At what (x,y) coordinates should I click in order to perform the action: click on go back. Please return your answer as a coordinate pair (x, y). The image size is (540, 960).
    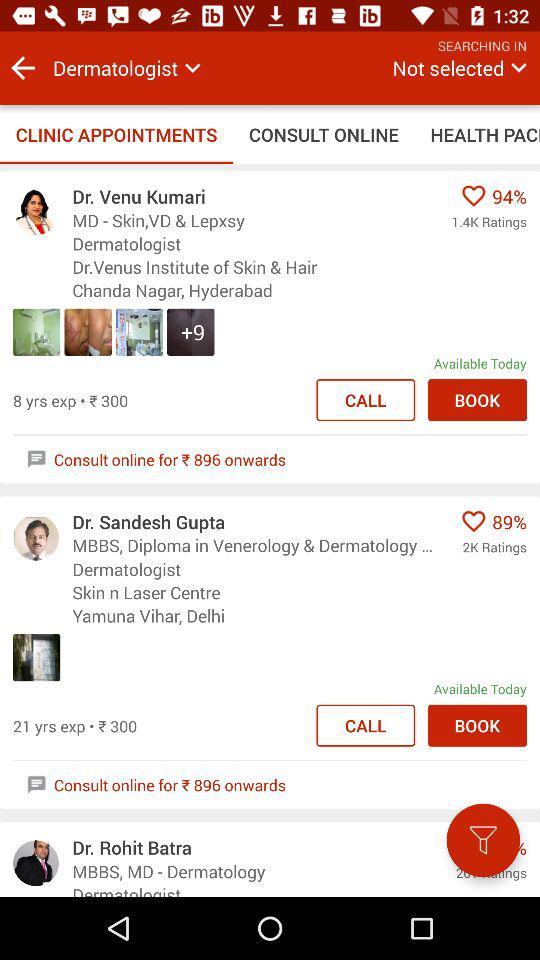
    Looking at the image, I should click on (22, 68).